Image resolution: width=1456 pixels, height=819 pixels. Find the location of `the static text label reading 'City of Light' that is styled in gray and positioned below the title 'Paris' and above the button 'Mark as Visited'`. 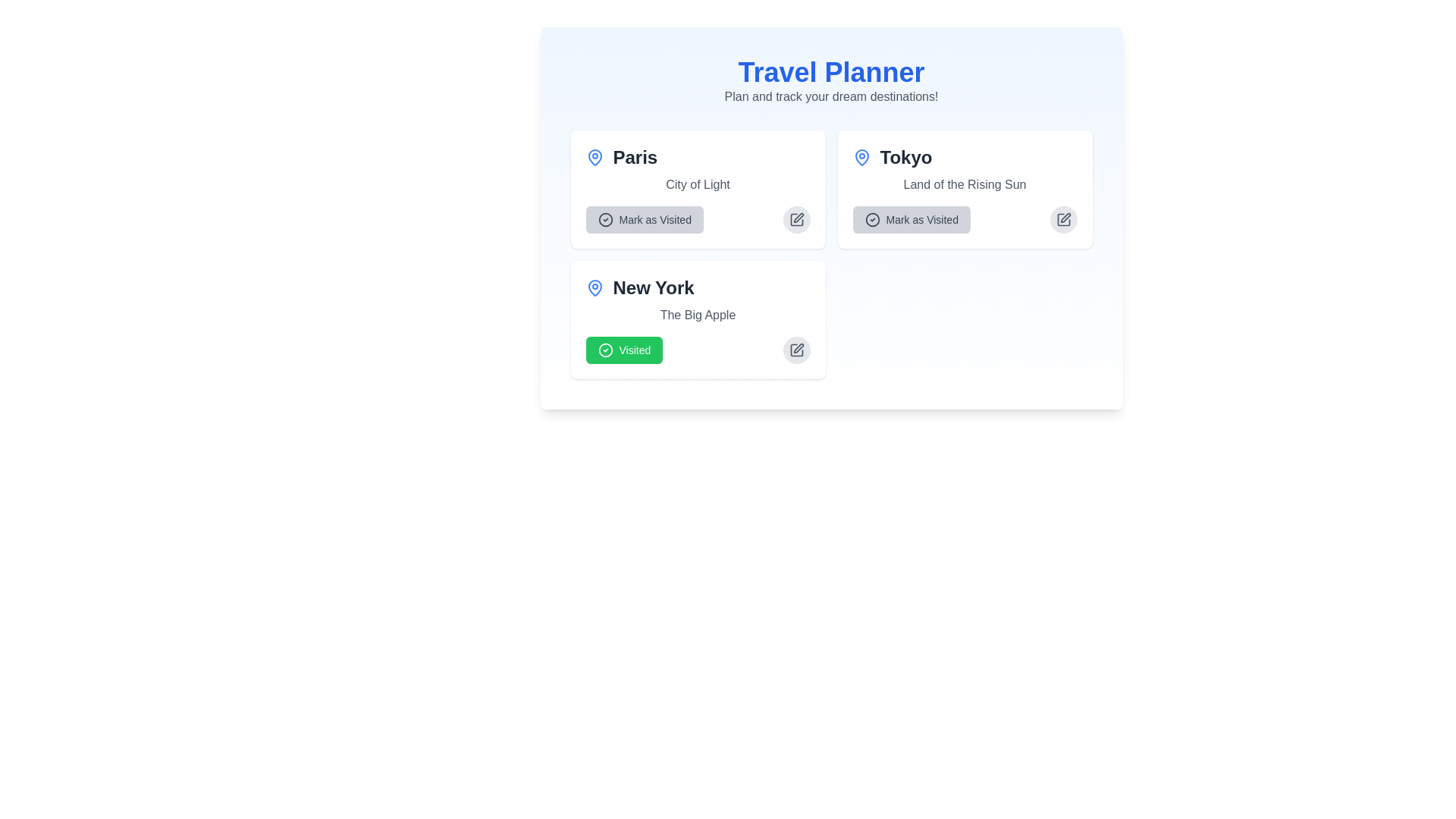

the static text label reading 'City of Light' that is styled in gray and positioned below the title 'Paris' and above the button 'Mark as Visited' is located at coordinates (697, 184).